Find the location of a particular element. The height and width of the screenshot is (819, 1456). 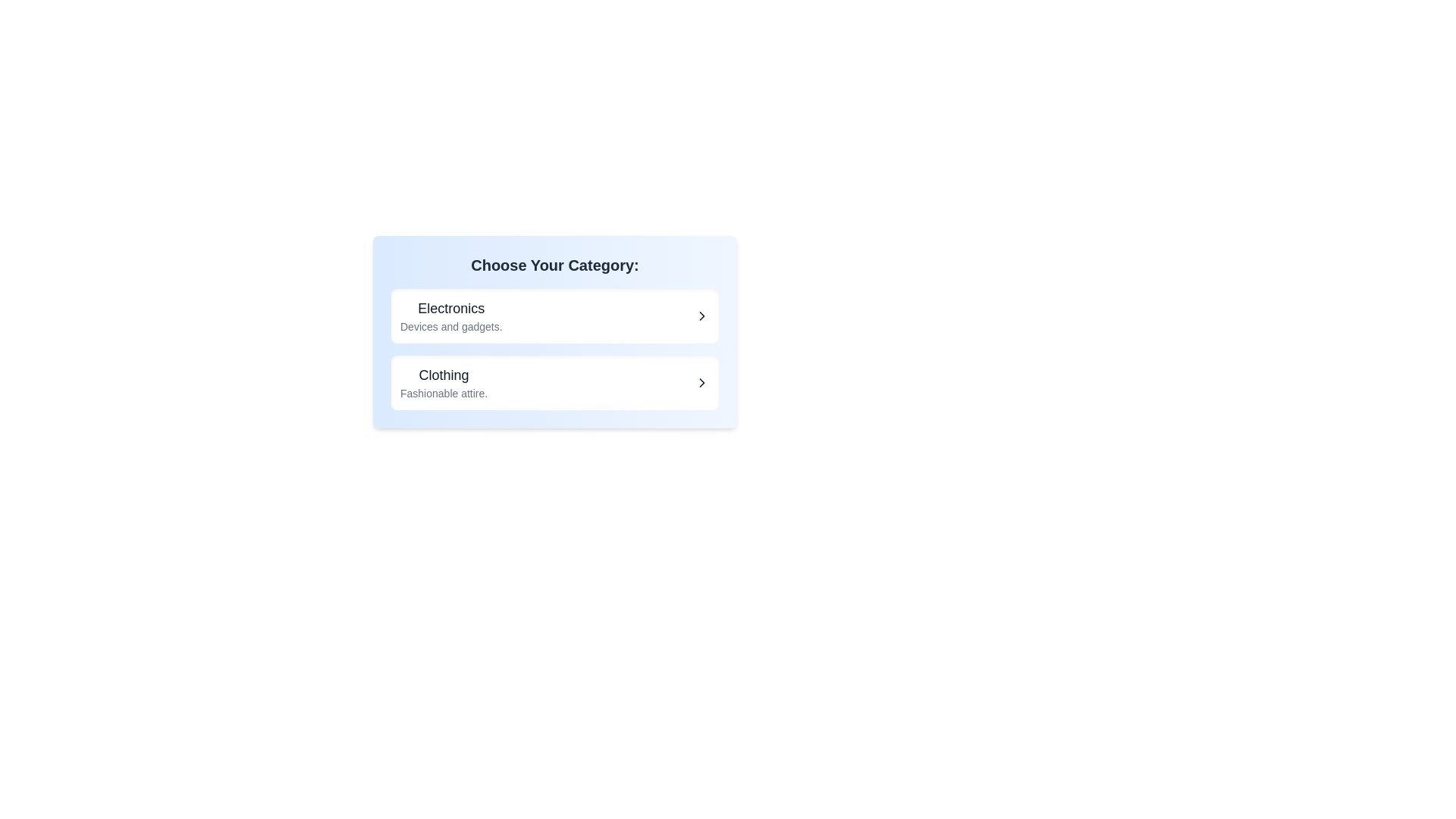

the chevron arrow icon located to the right of the 'Clothing' text is located at coordinates (701, 382).